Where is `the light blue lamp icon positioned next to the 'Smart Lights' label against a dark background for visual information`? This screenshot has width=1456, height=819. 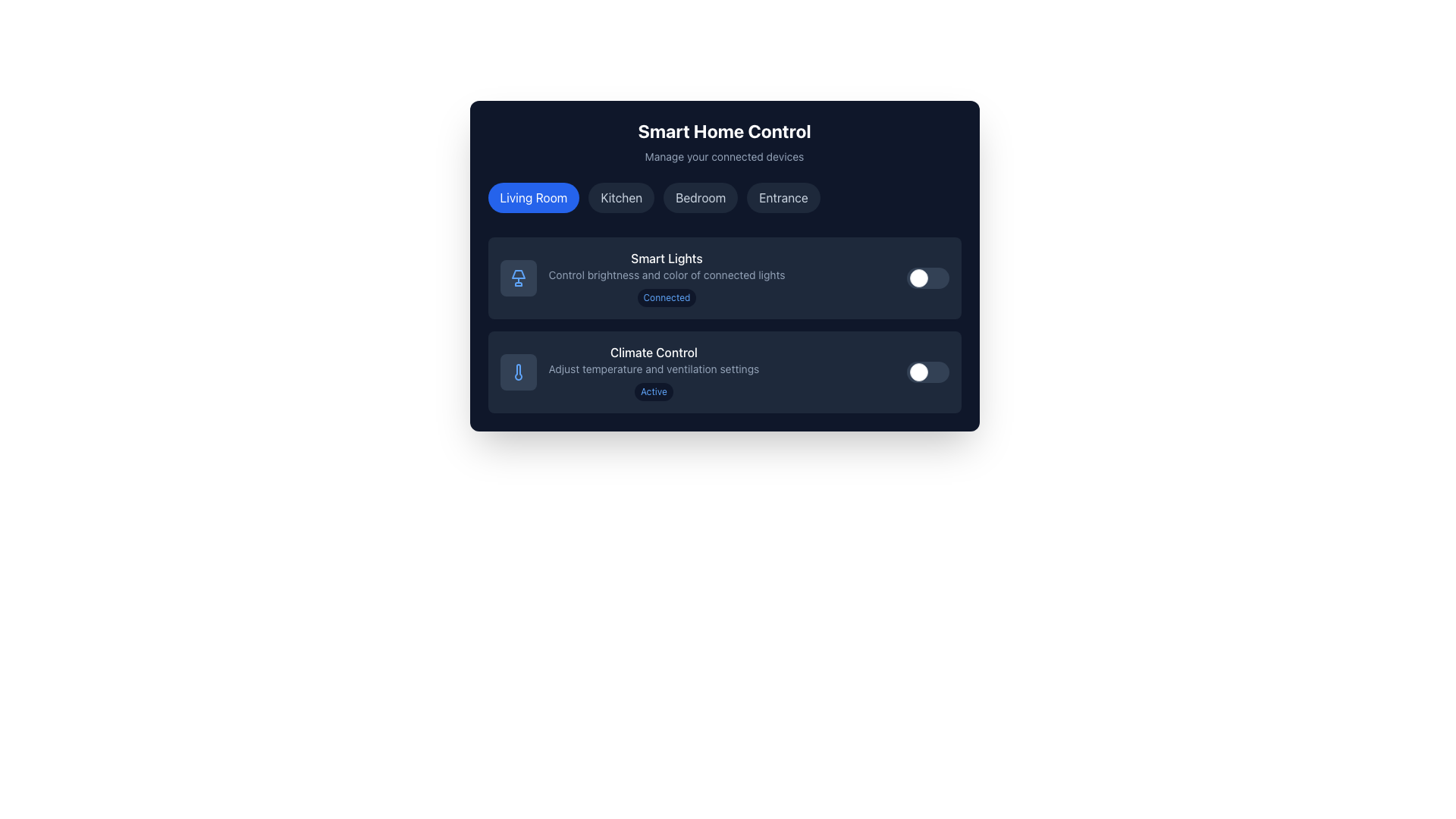 the light blue lamp icon positioned next to the 'Smart Lights' label against a dark background for visual information is located at coordinates (518, 278).